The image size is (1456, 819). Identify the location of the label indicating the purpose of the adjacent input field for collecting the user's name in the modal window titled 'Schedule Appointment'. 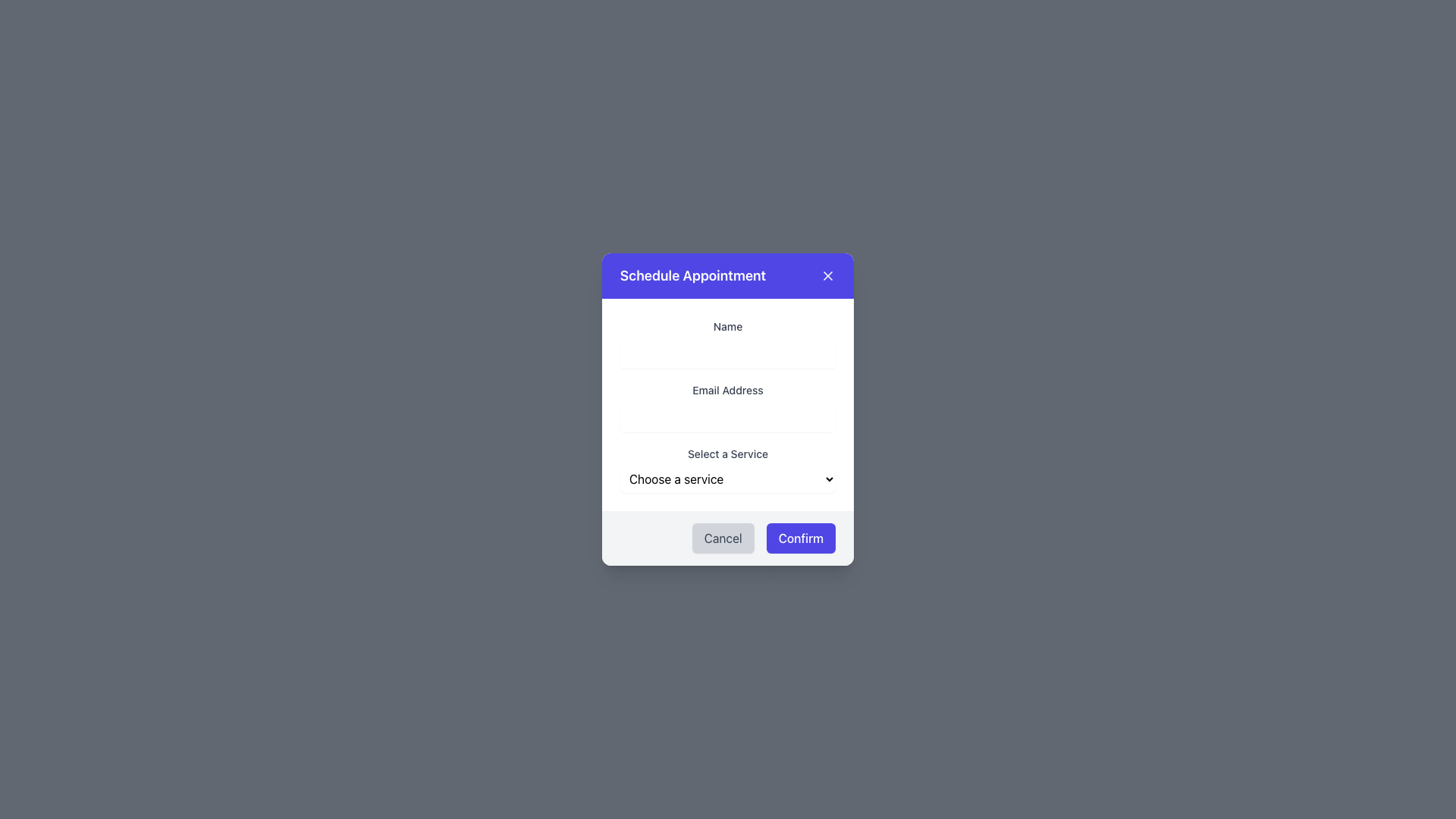
(728, 325).